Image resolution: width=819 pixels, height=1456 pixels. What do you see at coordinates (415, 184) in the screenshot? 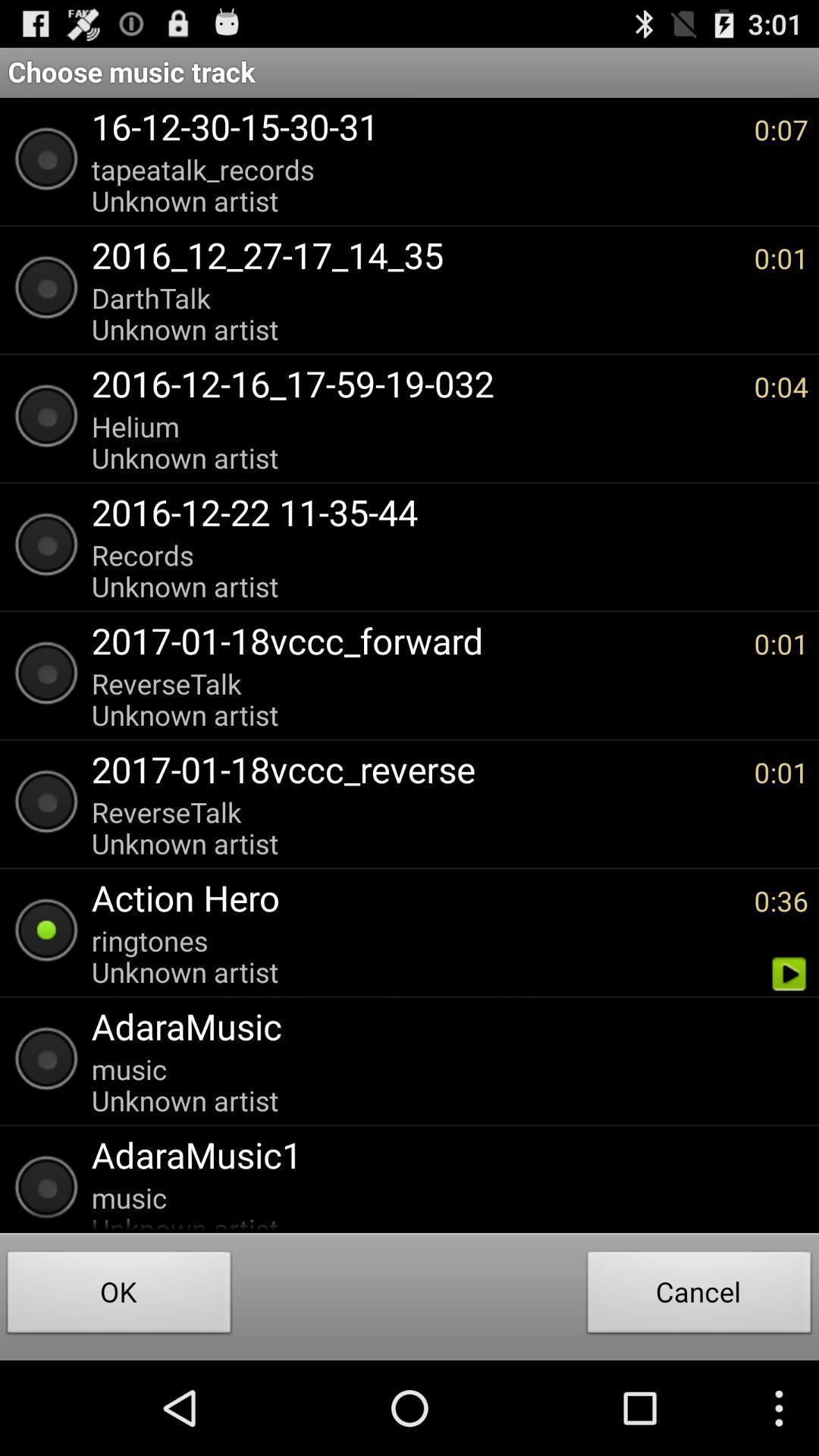
I see `the item to the left of 0:07 item` at bounding box center [415, 184].